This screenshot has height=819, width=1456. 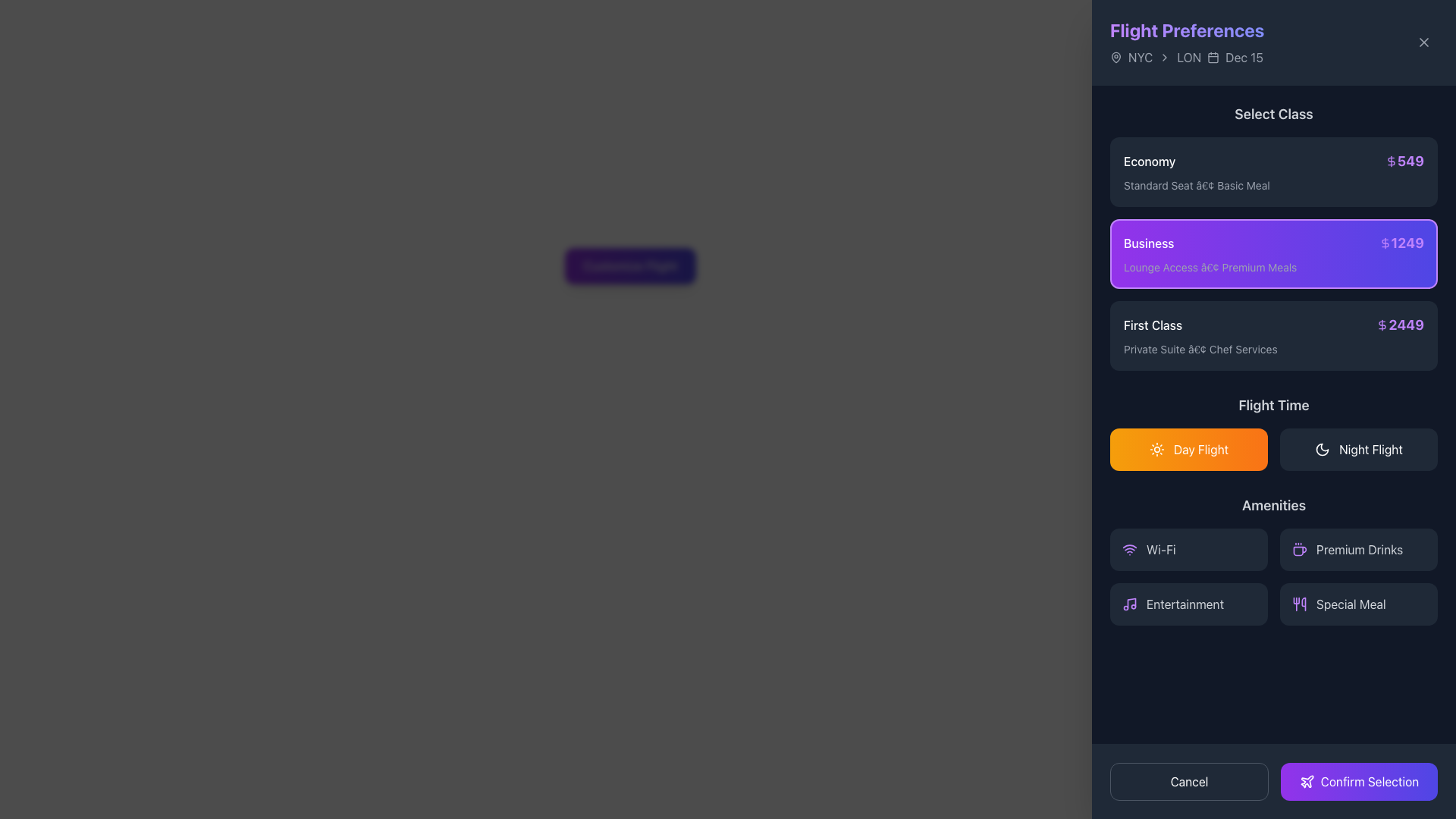 What do you see at coordinates (630, 265) in the screenshot?
I see `the 'Customize Flight' button, which is a prominent rectangular button with a gradient background from purple to indigo, located near the top of the interface` at bounding box center [630, 265].